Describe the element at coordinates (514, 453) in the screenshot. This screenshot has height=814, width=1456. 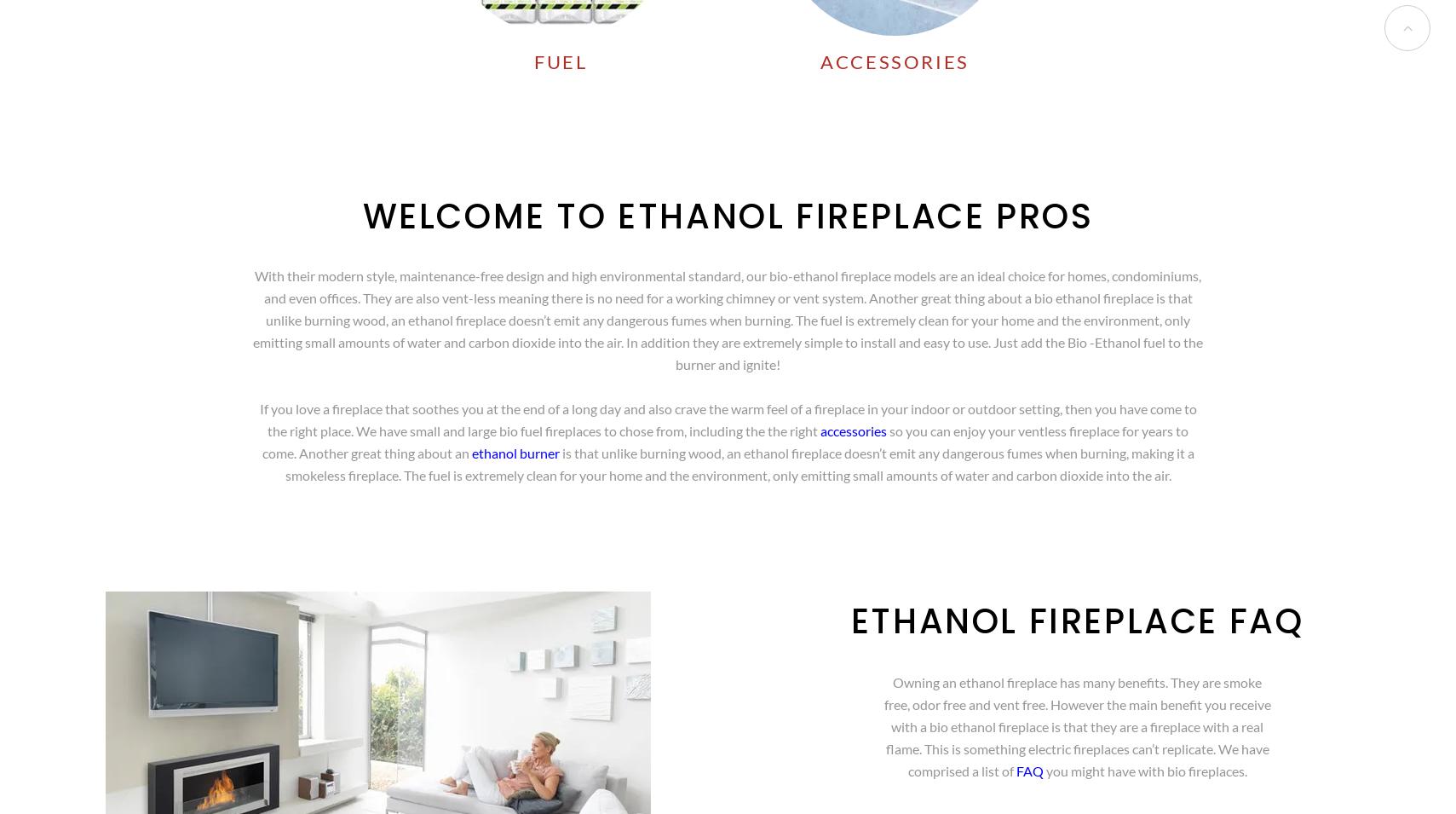
I see `'ethanol burner'` at that location.